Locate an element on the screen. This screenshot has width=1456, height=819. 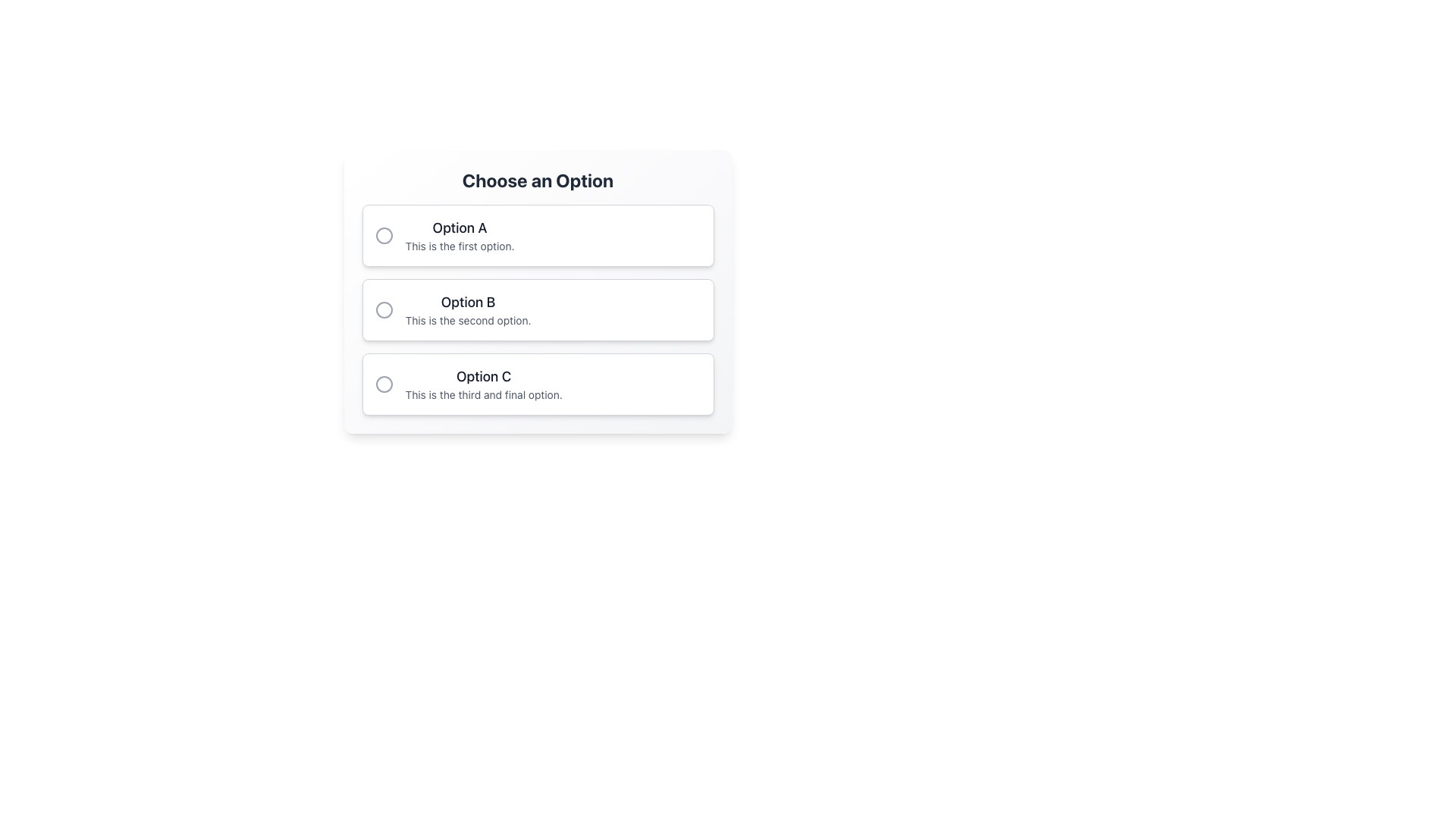
the descriptive text for 'Option C' located inside the 'Choose an Option' selection panel, which provides additional information about the option is located at coordinates (483, 394).